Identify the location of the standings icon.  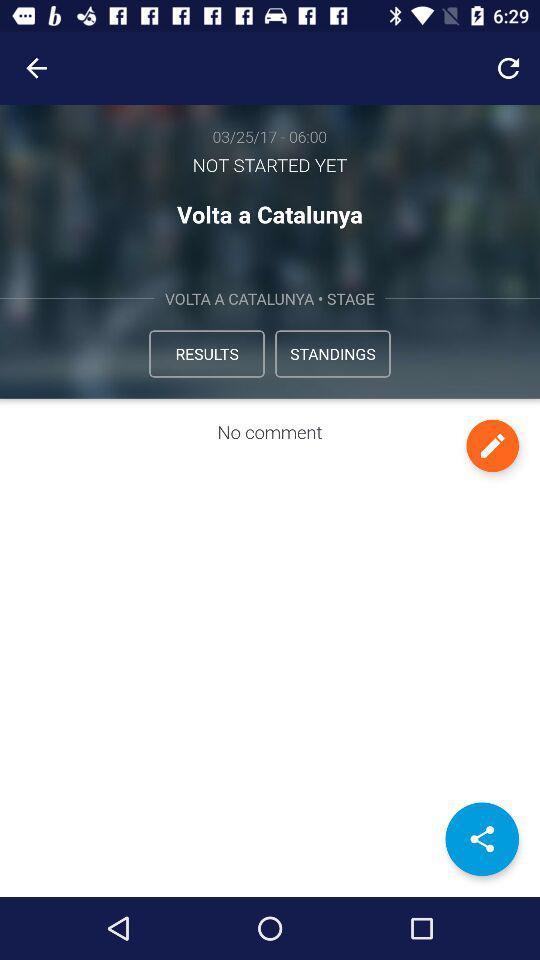
(333, 353).